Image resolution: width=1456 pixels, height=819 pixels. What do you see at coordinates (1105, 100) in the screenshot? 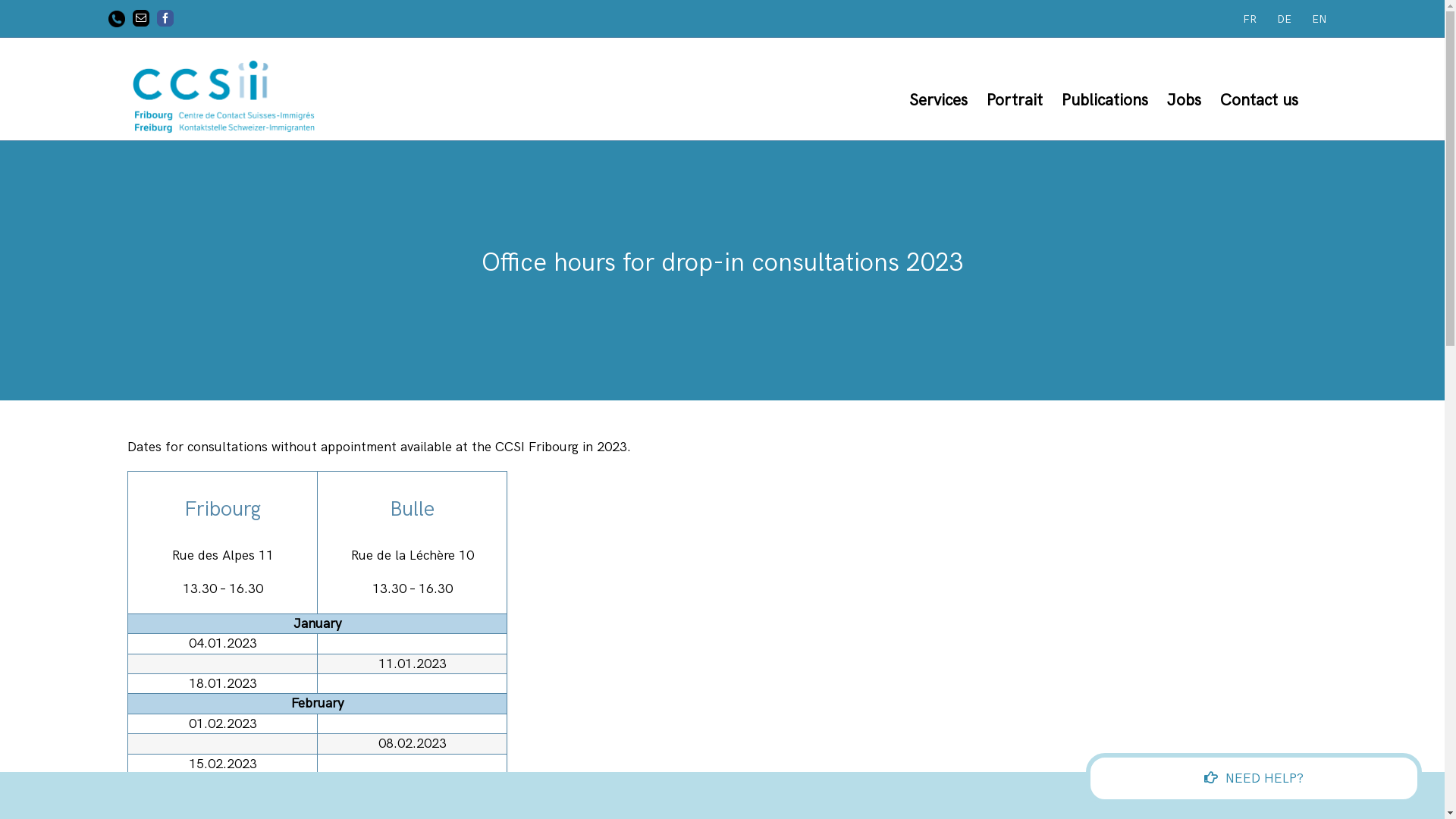
I see `'Publications'` at bounding box center [1105, 100].